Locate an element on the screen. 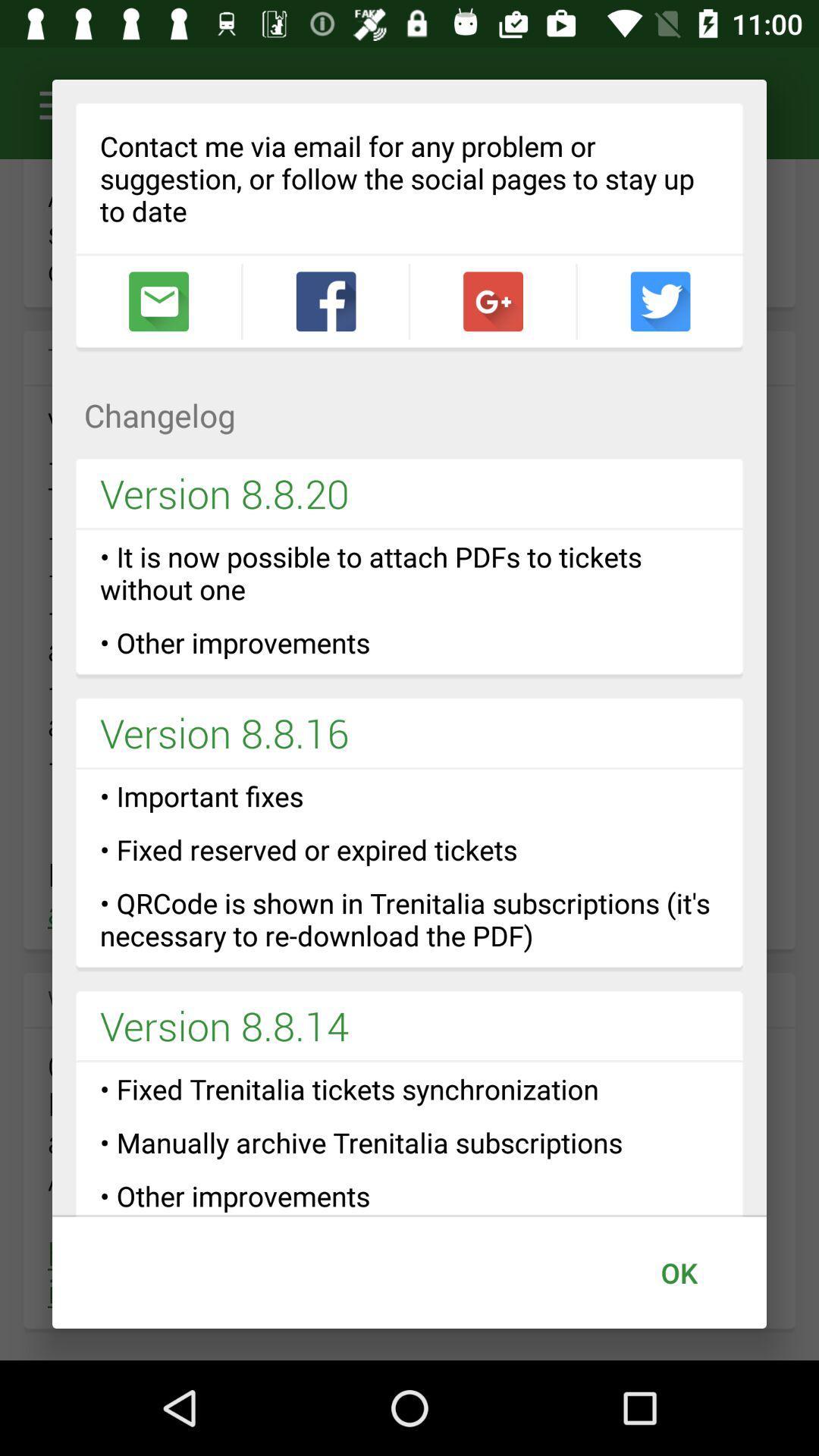  open twitter is located at coordinates (659, 301).